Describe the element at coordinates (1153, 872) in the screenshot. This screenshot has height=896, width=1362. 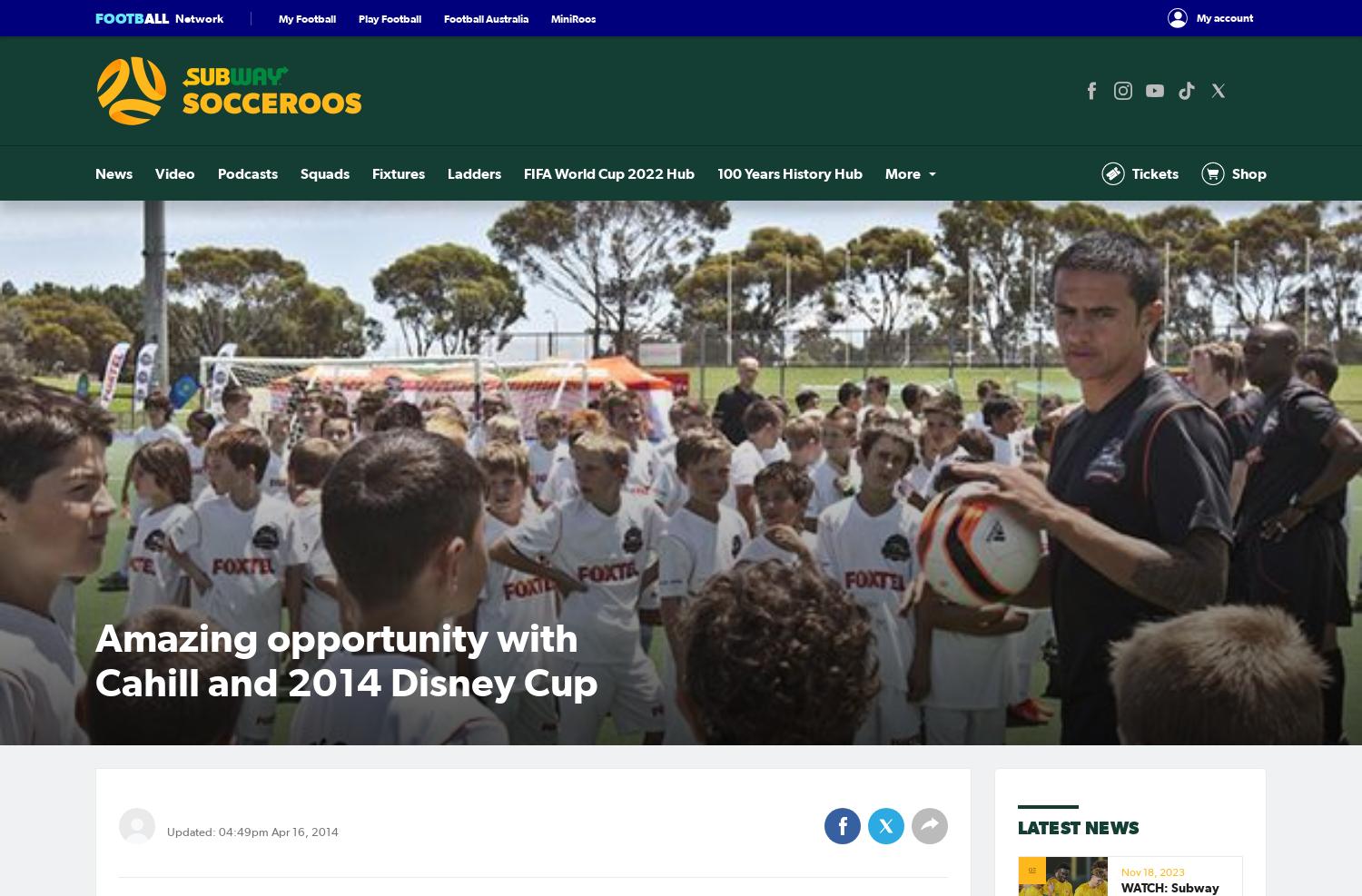
I see `'Nov 18, 2023'` at that location.